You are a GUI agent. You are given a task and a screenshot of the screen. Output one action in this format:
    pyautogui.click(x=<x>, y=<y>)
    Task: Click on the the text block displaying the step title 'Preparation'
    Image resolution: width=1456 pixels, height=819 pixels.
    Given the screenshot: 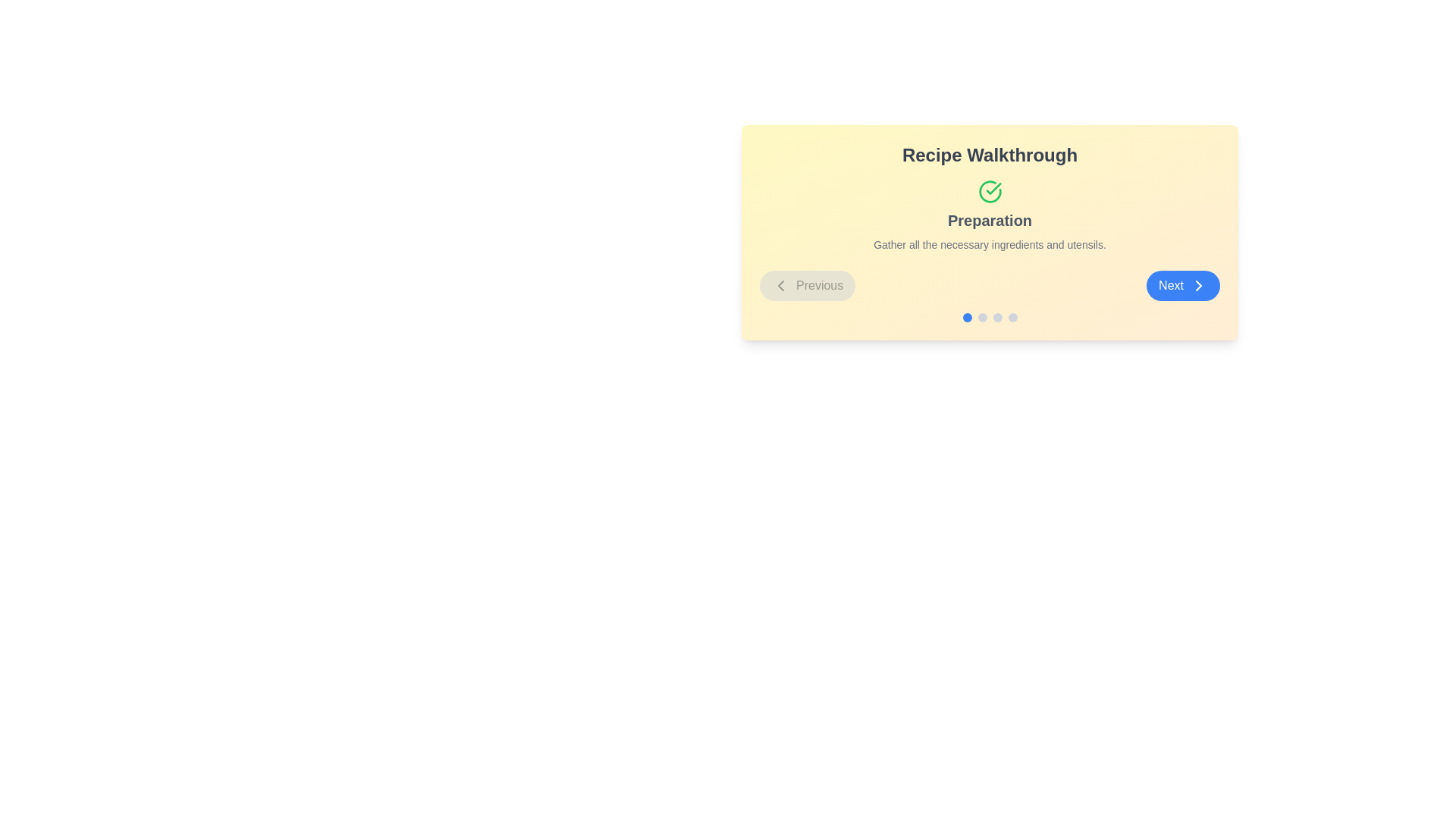 What is the action you would take?
    pyautogui.click(x=990, y=216)
    